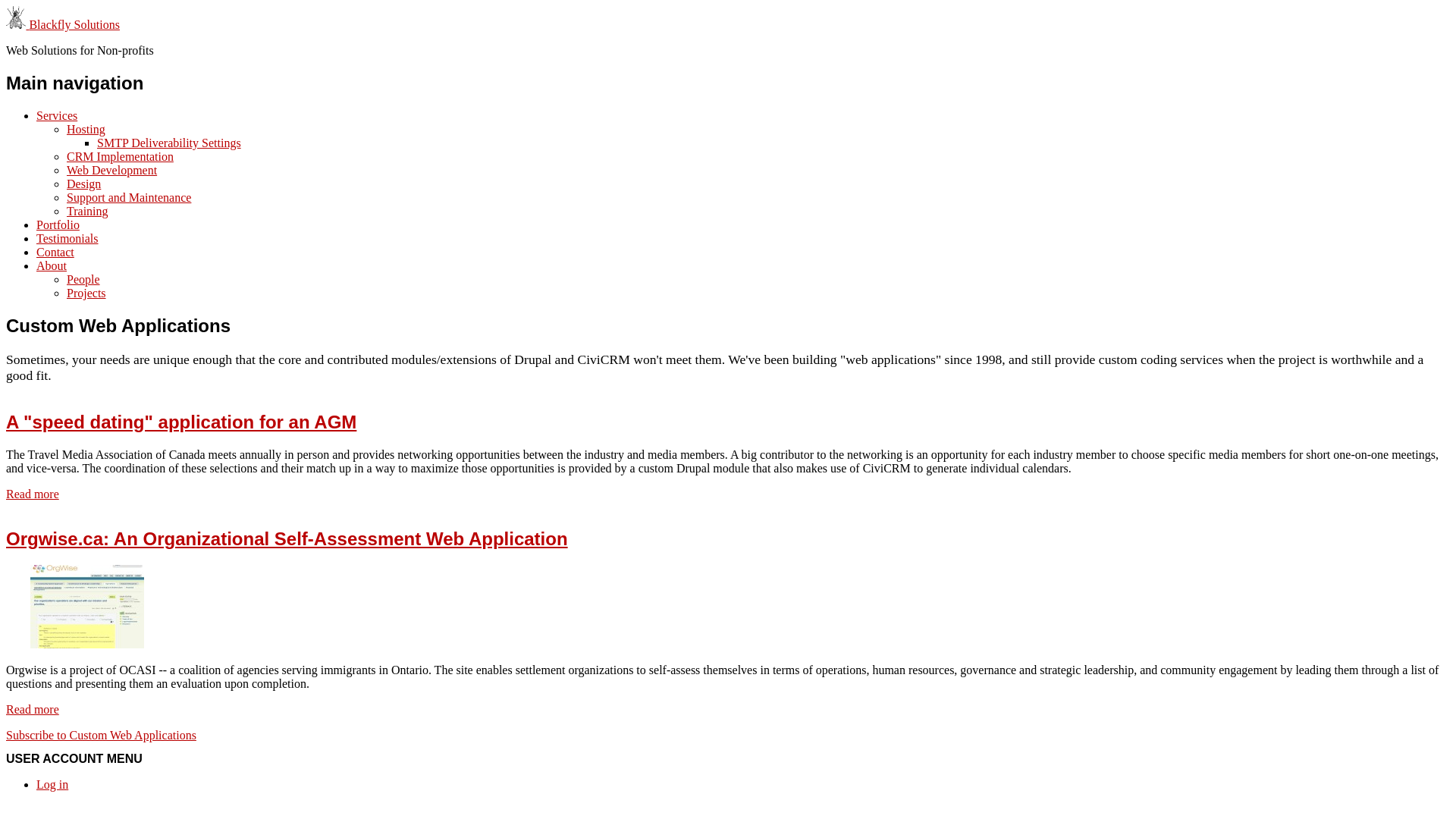  I want to click on 'Subscribe to Custom Web Applications', so click(6, 734).